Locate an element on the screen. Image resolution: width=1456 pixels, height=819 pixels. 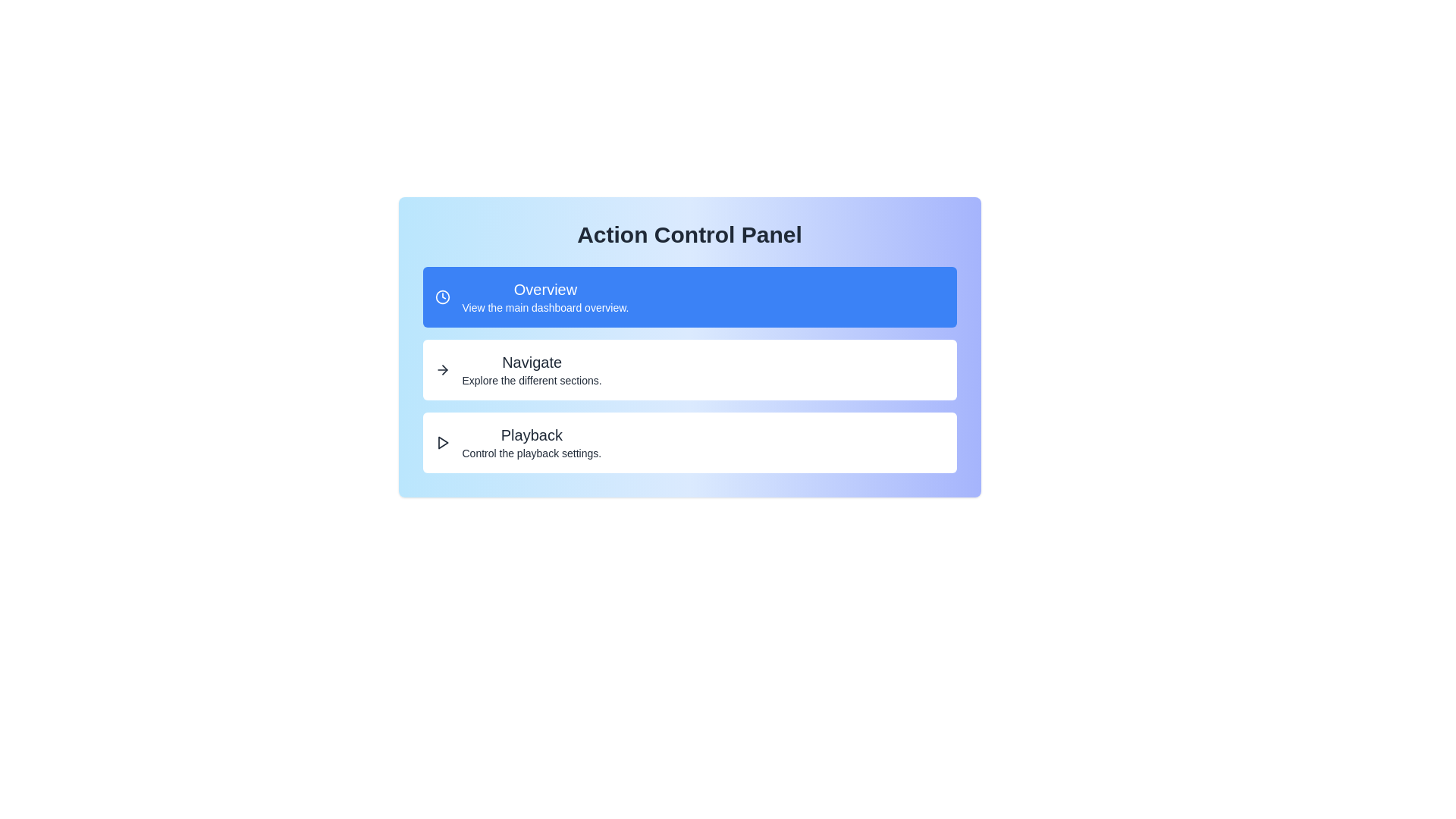
the text label reading 'Playback' which is prominently displayed in a bold font above a smaller descriptive text within the third rectangular card of the 'Action Control Panel' is located at coordinates (532, 435).